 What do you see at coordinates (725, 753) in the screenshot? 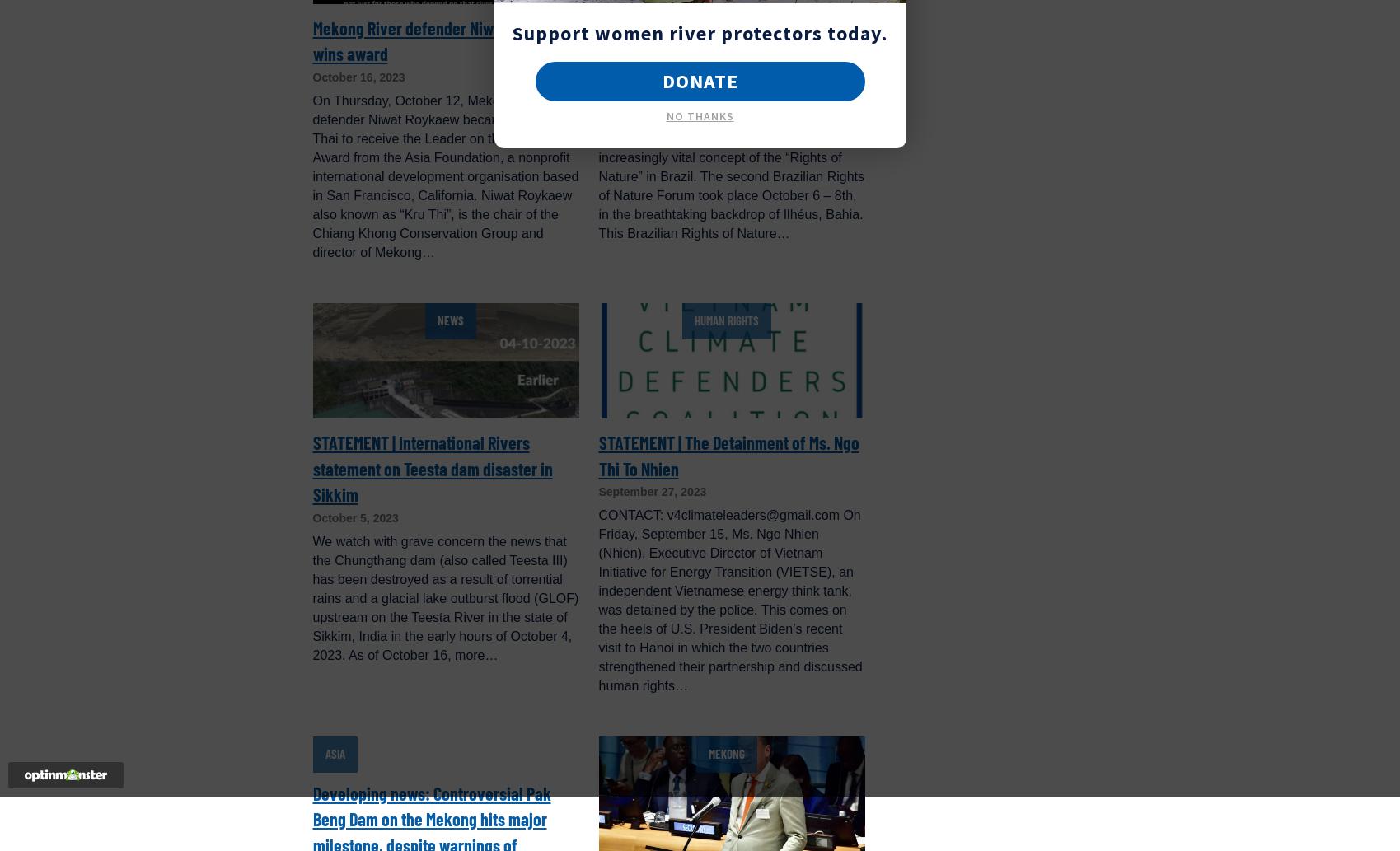
I see `'Mekong'` at bounding box center [725, 753].